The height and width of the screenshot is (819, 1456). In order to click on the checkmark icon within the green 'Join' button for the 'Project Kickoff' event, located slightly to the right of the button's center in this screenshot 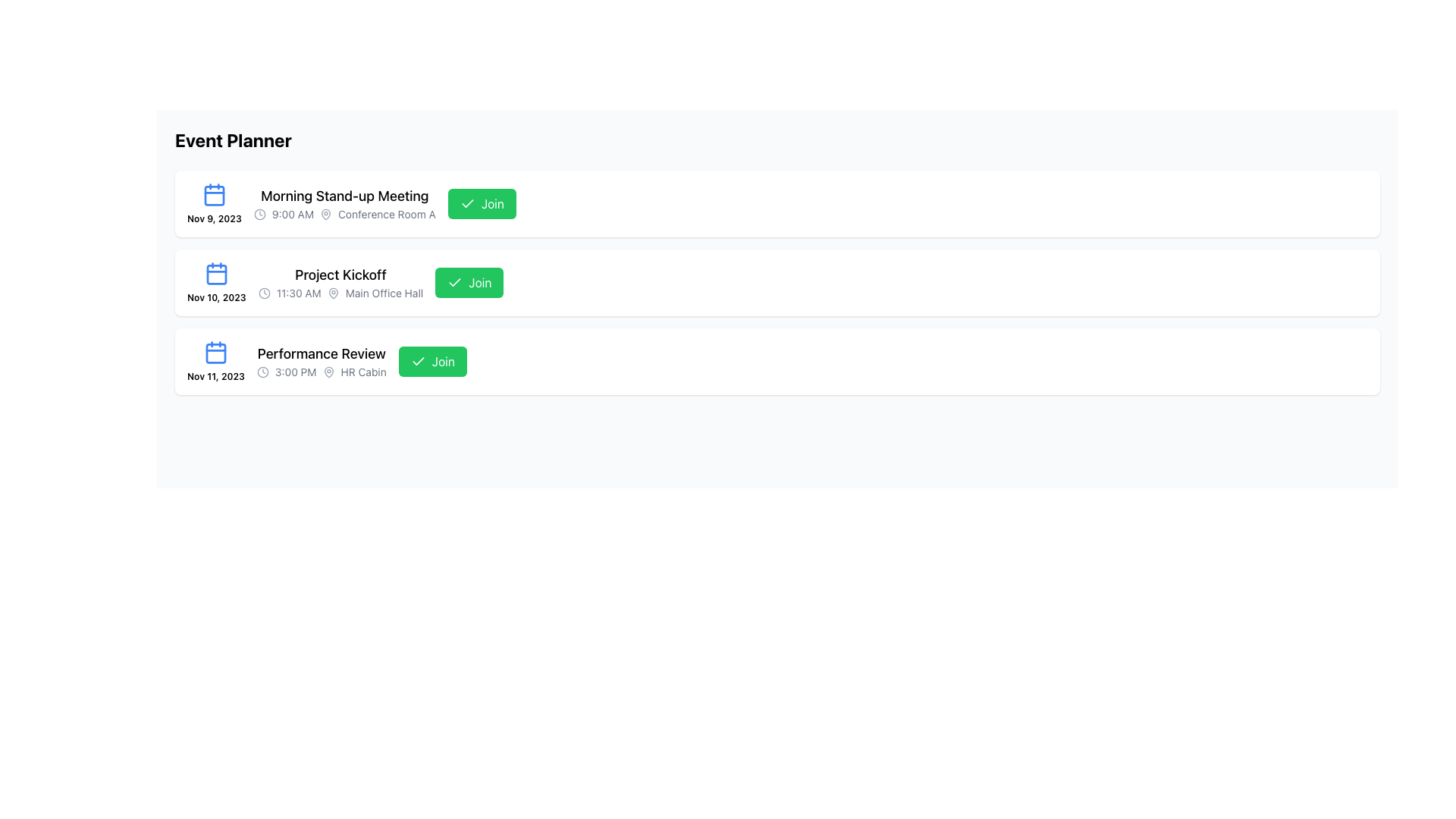, I will do `click(466, 202)`.